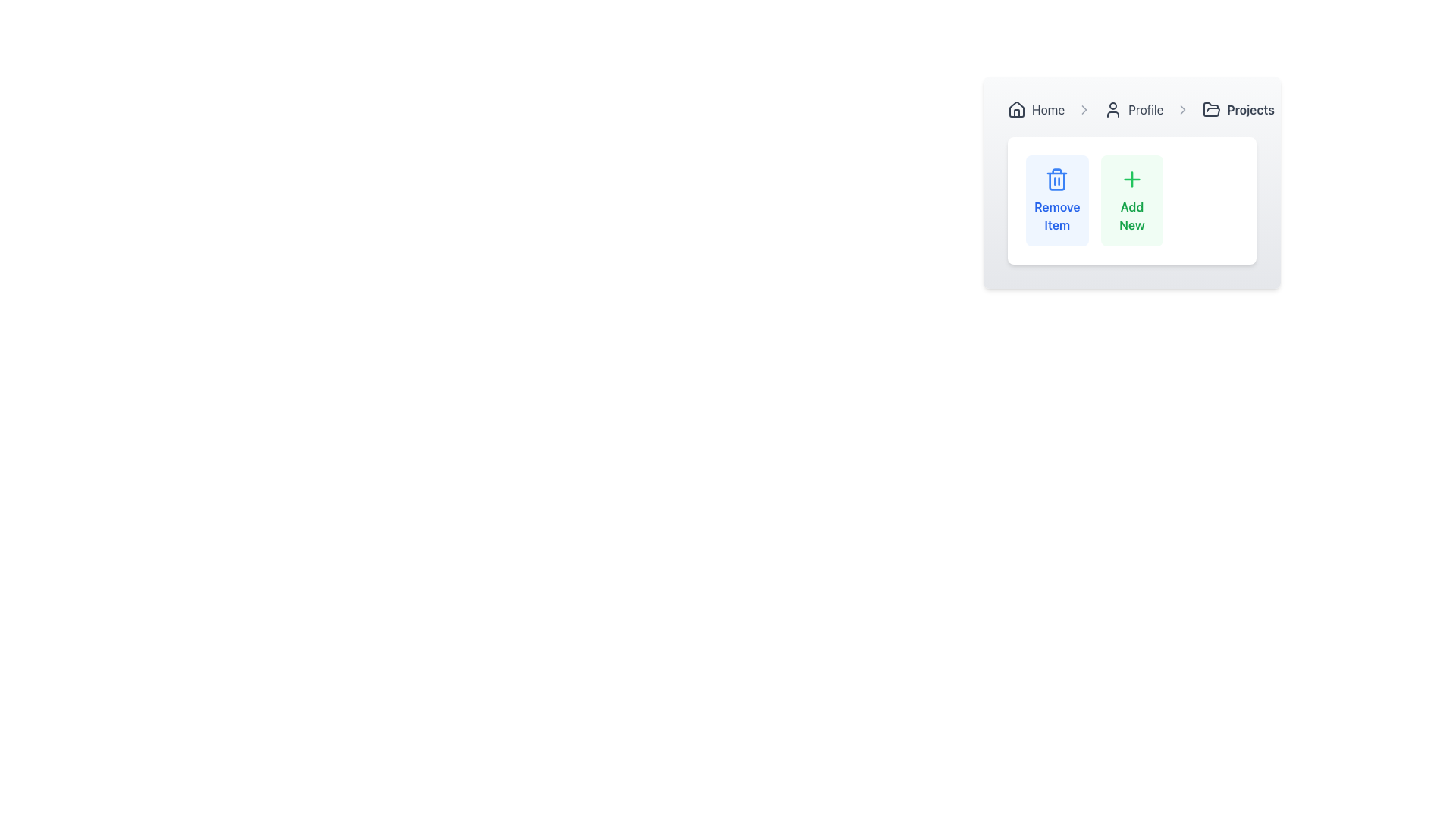 The width and height of the screenshot is (1456, 819). Describe the element at coordinates (1134, 109) in the screenshot. I see `the Navigation Link located in the center of the navigation bar, which is the second item flanked by 'Home' and 'Projects'` at that location.